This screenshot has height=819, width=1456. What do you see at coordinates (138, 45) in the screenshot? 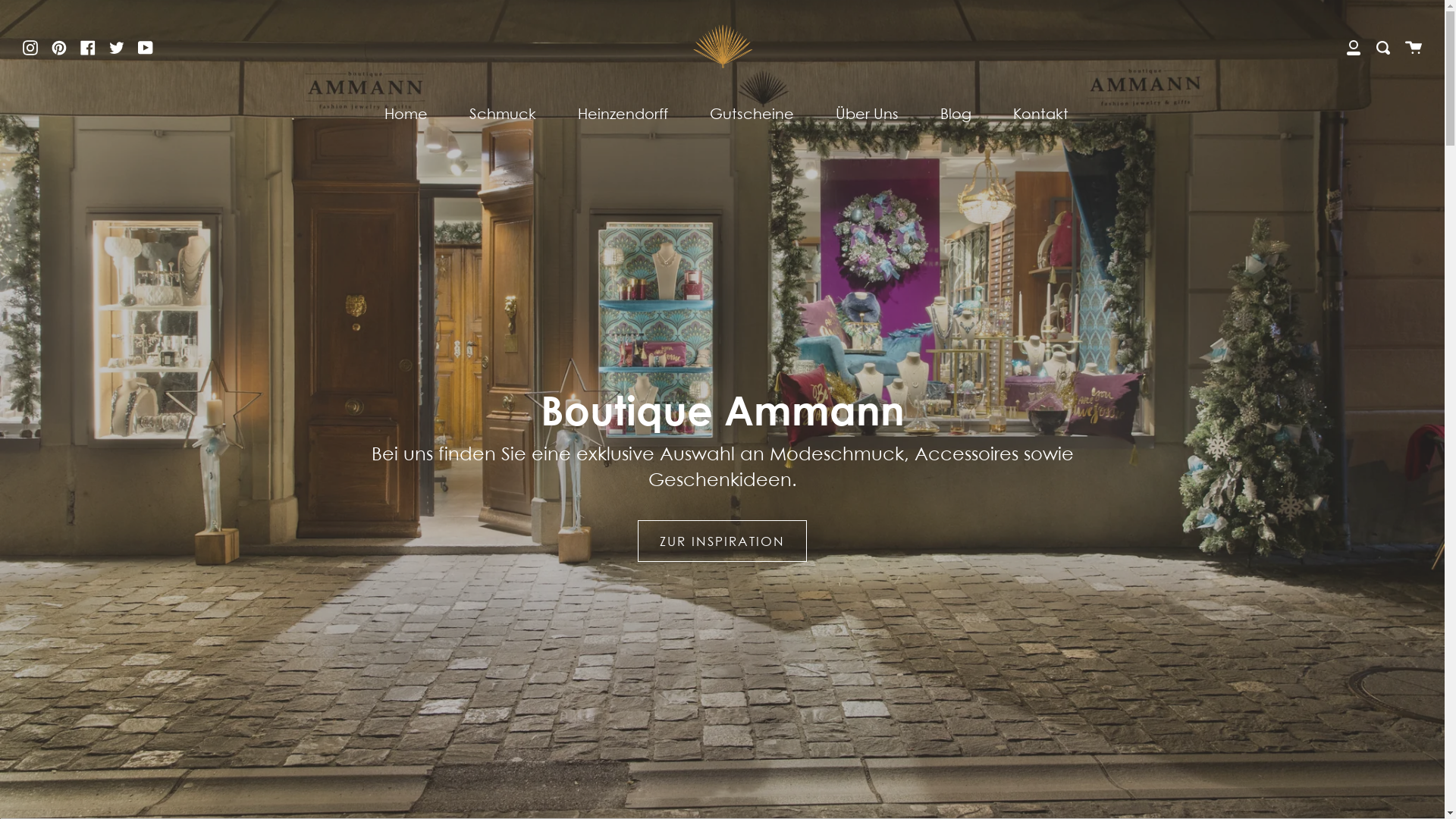
I see `'YouTube'` at bounding box center [138, 45].